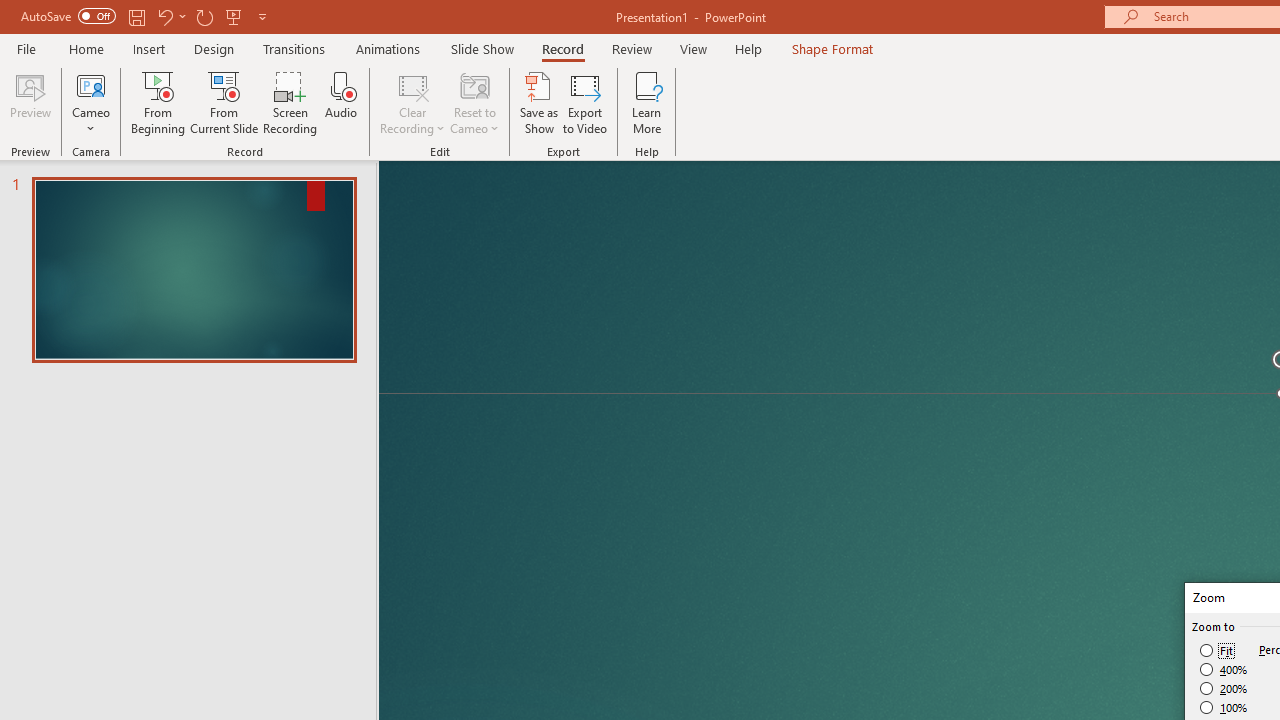  What do you see at coordinates (224, 103) in the screenshot?
I see `'From Current Slide...'` at bounding box center [224, 103].